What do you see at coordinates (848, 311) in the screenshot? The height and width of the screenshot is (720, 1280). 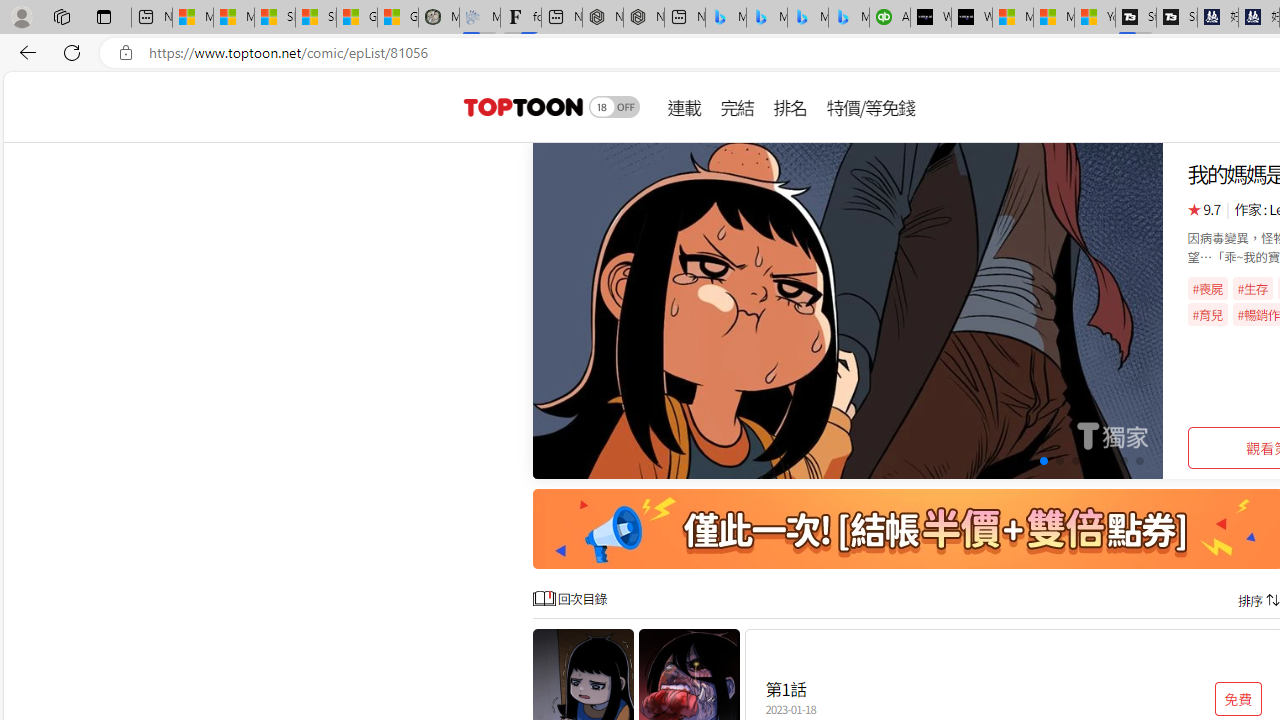 I see `'Class: swiper-slide'` at bounding box center [848, 311].